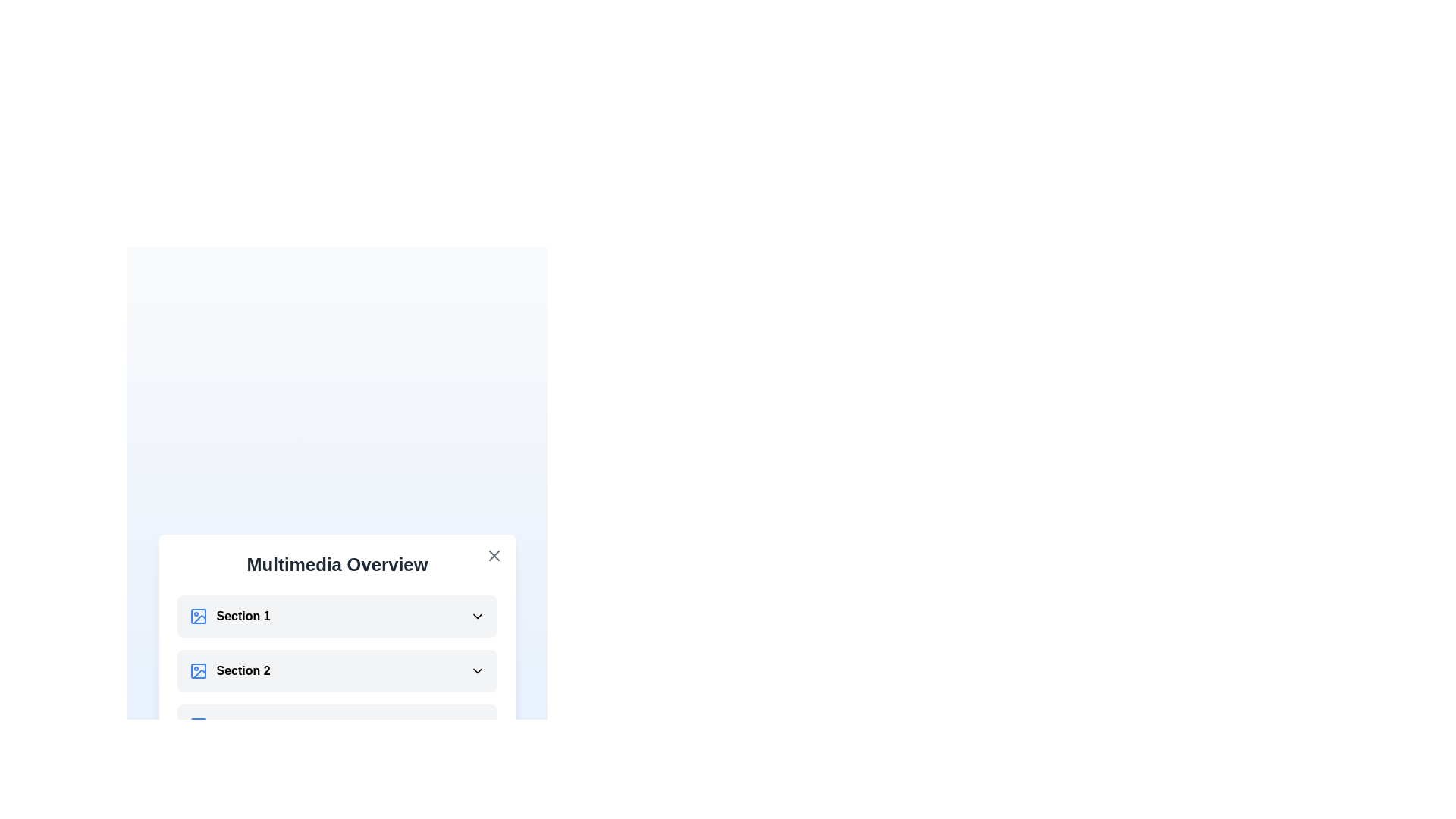  What do you see at coordinates (337, 617) in the screenshot?
I see `the first List item with an expandable section that provides navigational access to 'Section 1'` at bounding box center [337, 617].